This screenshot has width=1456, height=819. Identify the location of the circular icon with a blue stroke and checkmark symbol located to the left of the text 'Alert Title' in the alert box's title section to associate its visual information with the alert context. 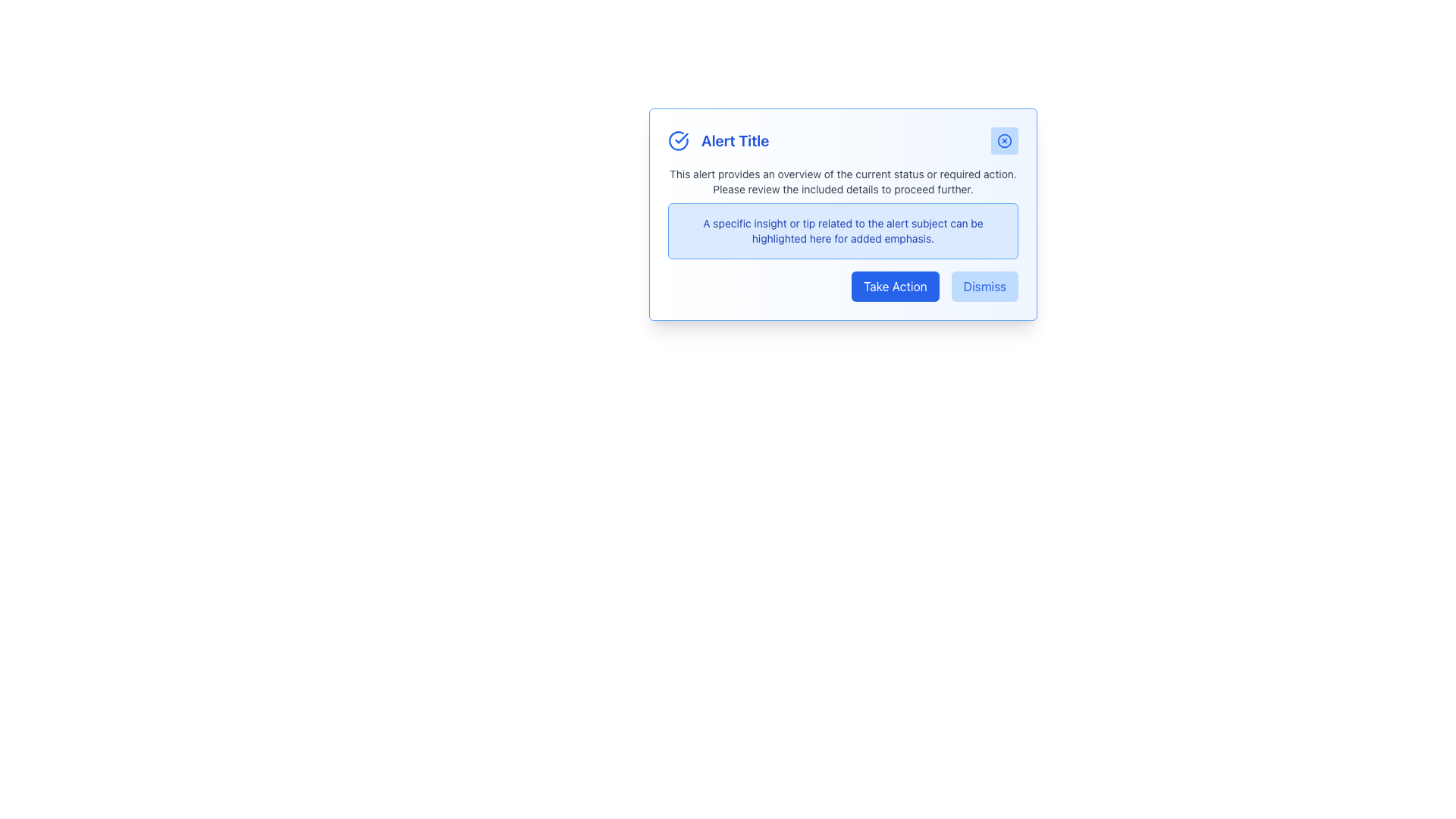
(677, 140).